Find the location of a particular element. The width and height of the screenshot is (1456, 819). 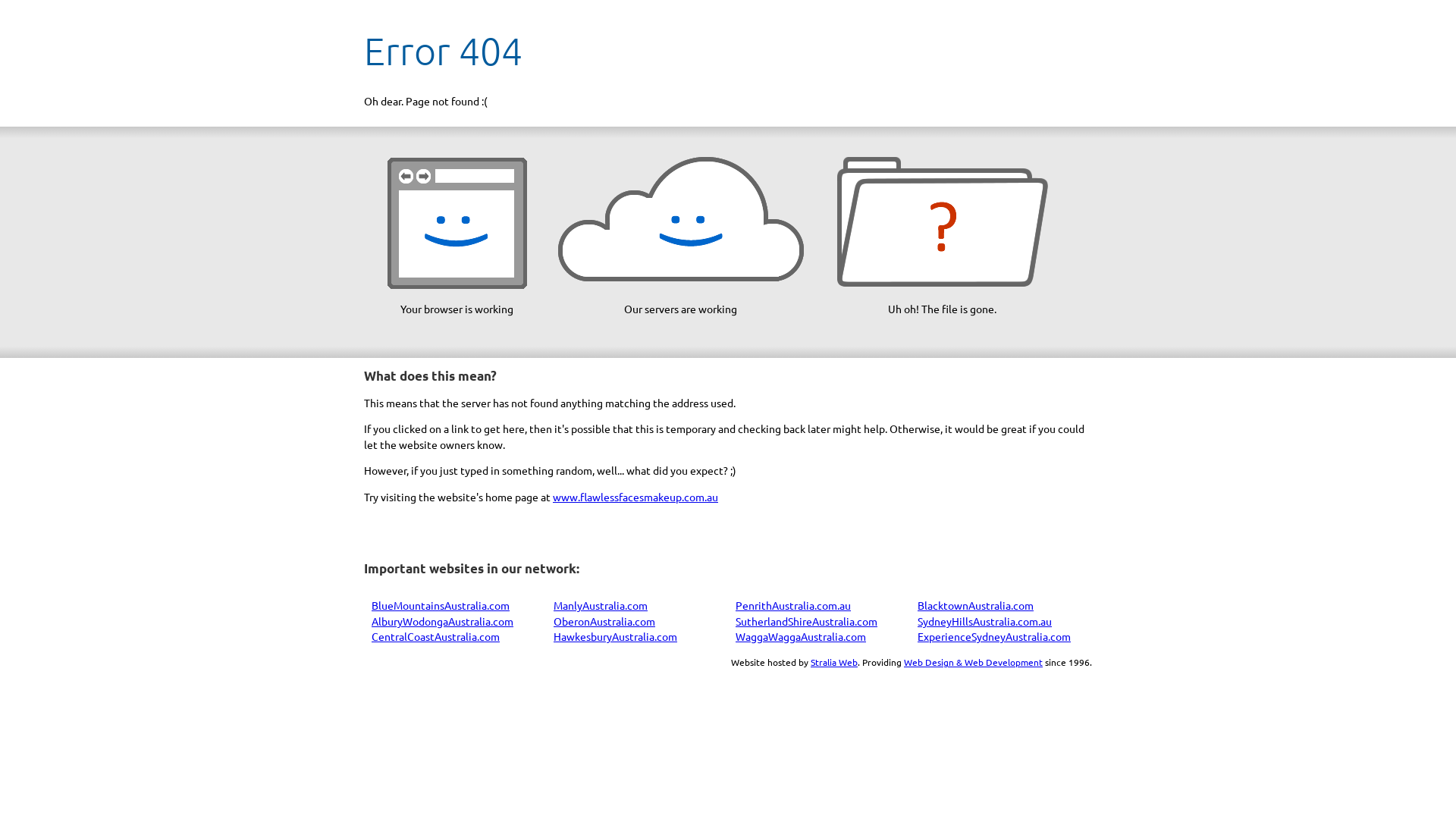

'Stralia Web' is located at coordinates (833, 661).